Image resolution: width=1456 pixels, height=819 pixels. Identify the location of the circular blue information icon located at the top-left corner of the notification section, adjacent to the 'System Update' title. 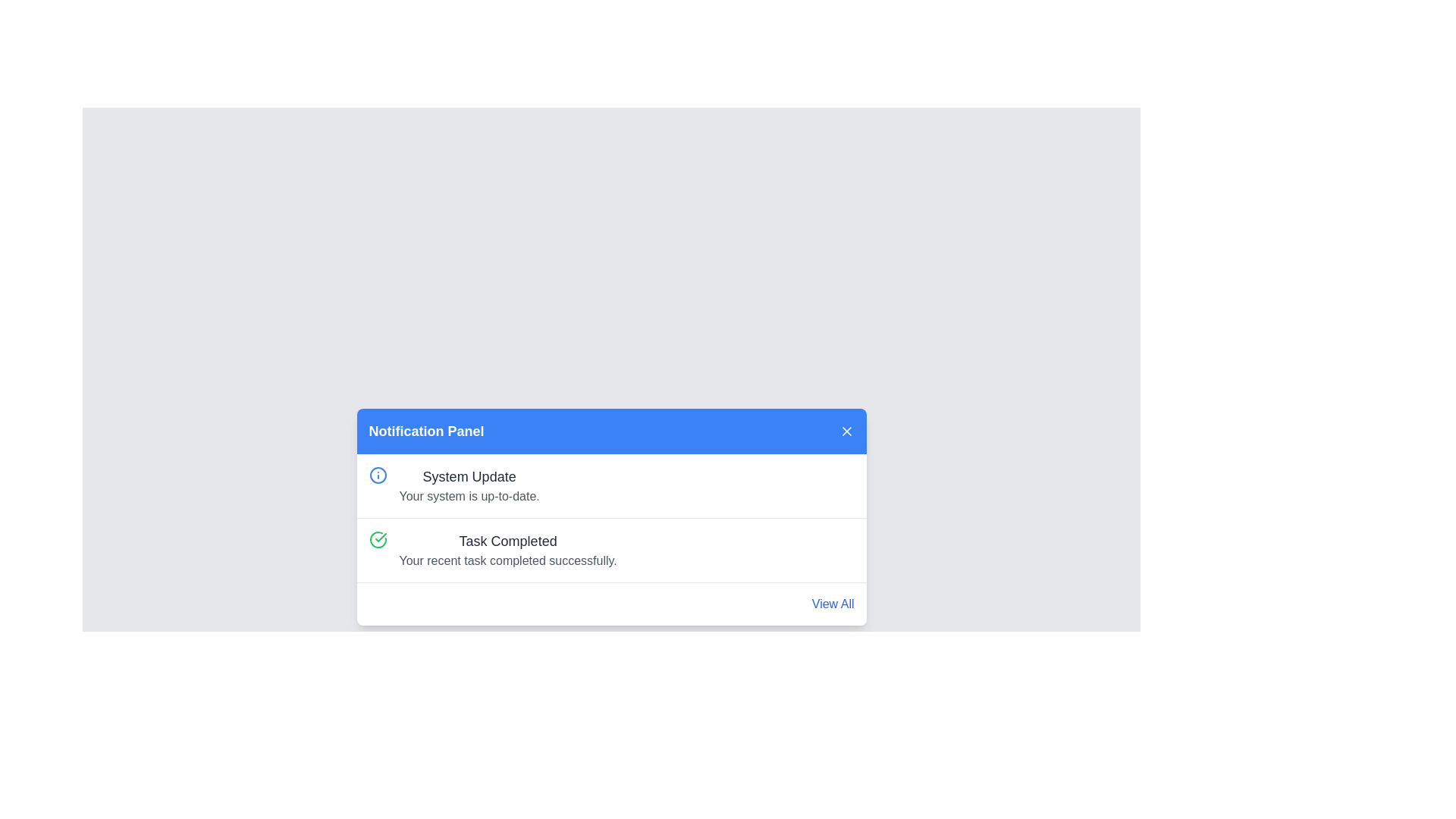
(378, 475).